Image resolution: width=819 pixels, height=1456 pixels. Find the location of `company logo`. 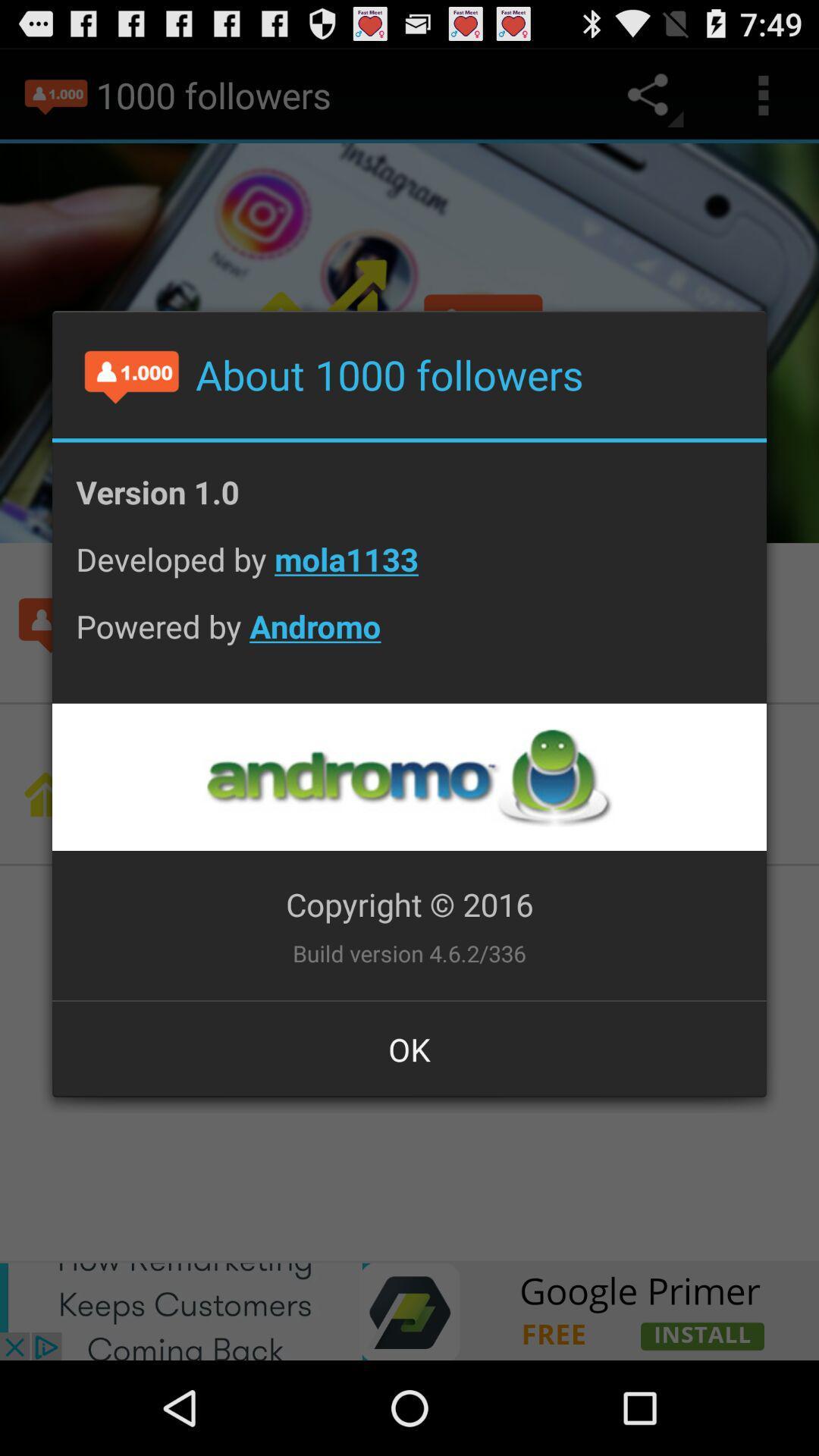

company logo is located at coordinates (408, 777).